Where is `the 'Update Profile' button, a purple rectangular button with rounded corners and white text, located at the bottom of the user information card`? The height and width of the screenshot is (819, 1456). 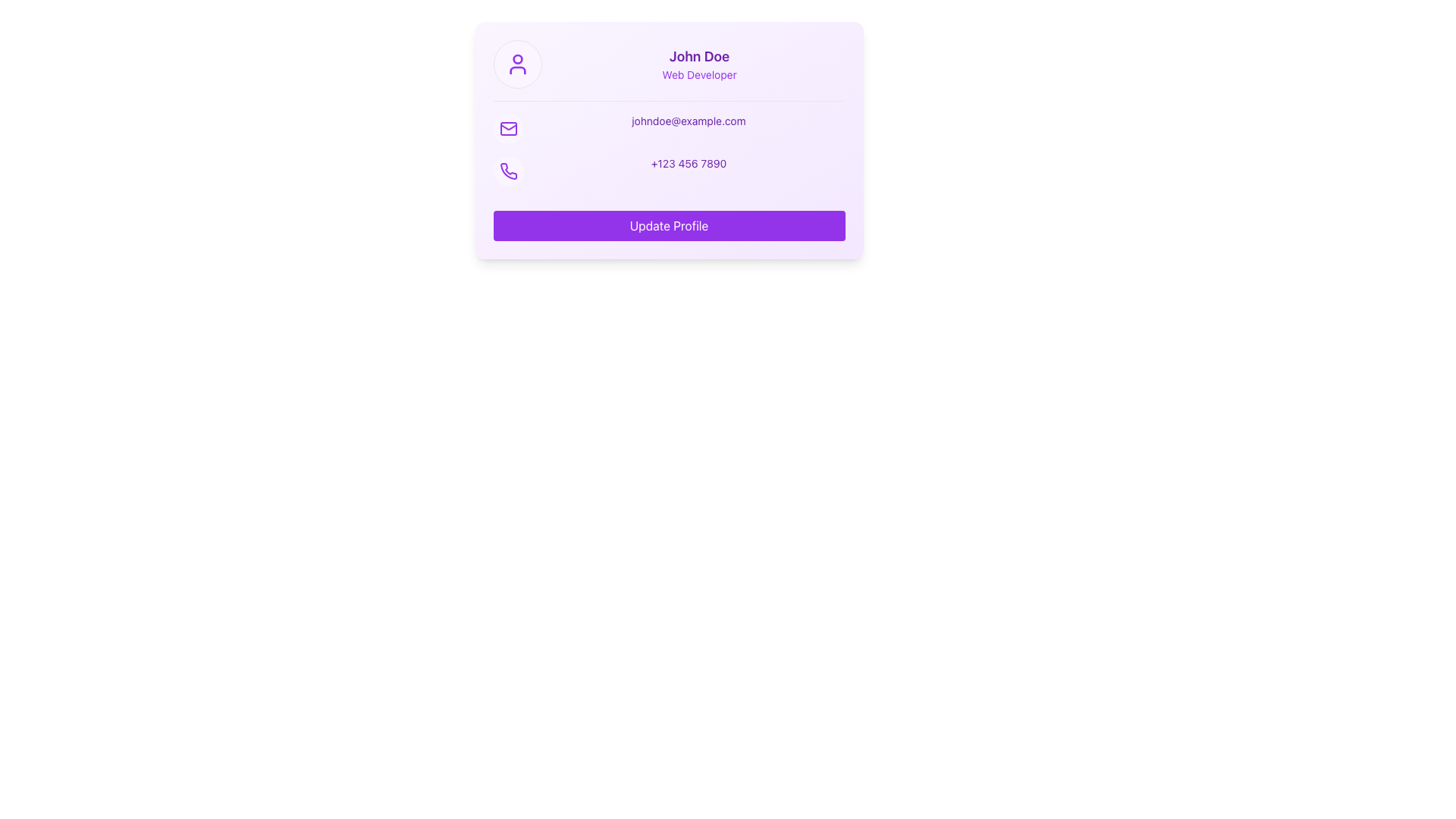 the 'Update Profile' button, a purple rectangular button with rounded corners and white text, located at the bottom of the user information card is located at coordinates (668, 225).